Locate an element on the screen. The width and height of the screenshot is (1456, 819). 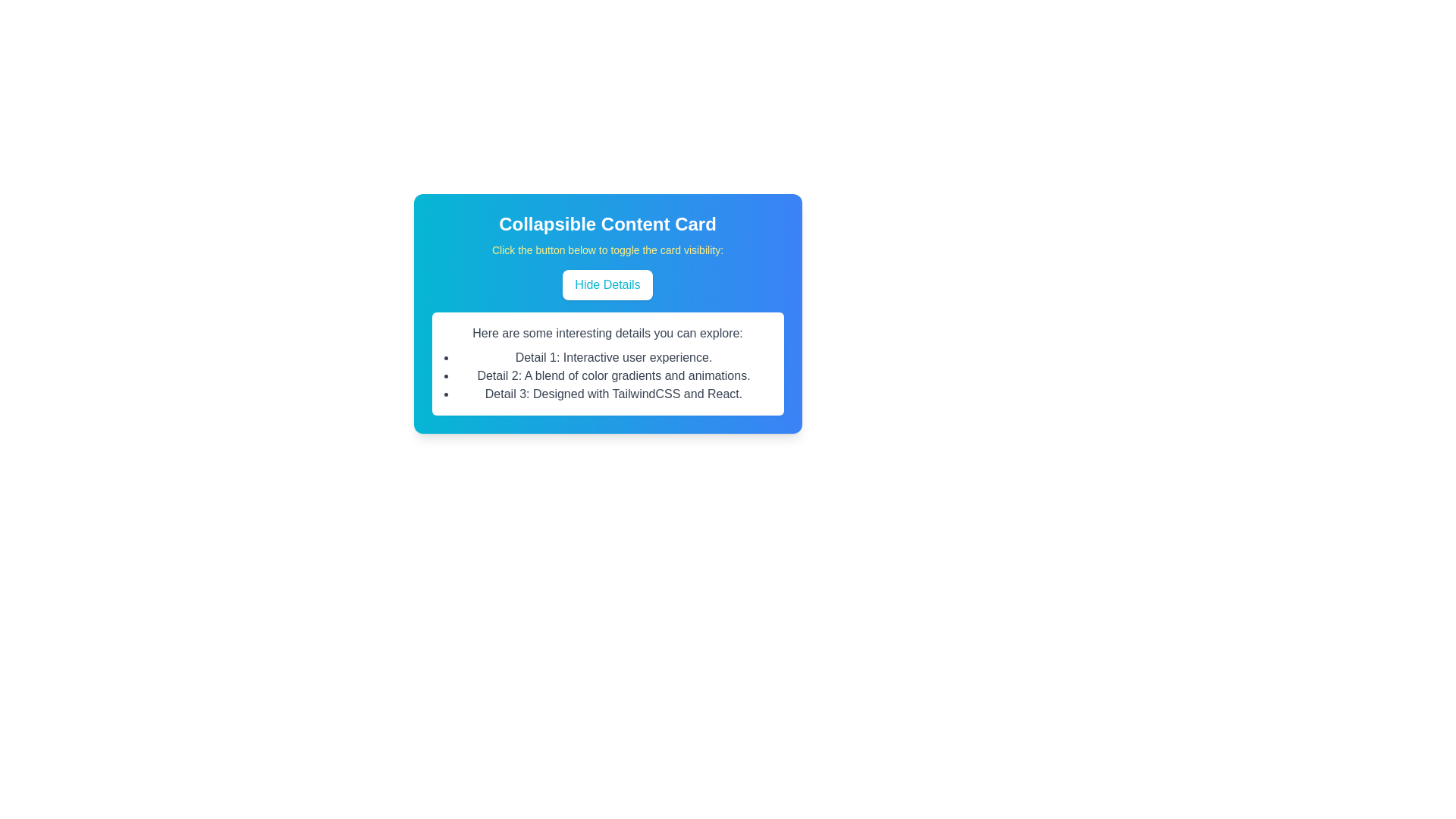
the introductory heading text element located below the 'Hide Details' button, which serves as a description for the details listed below it is located at coordinates (607, 332).